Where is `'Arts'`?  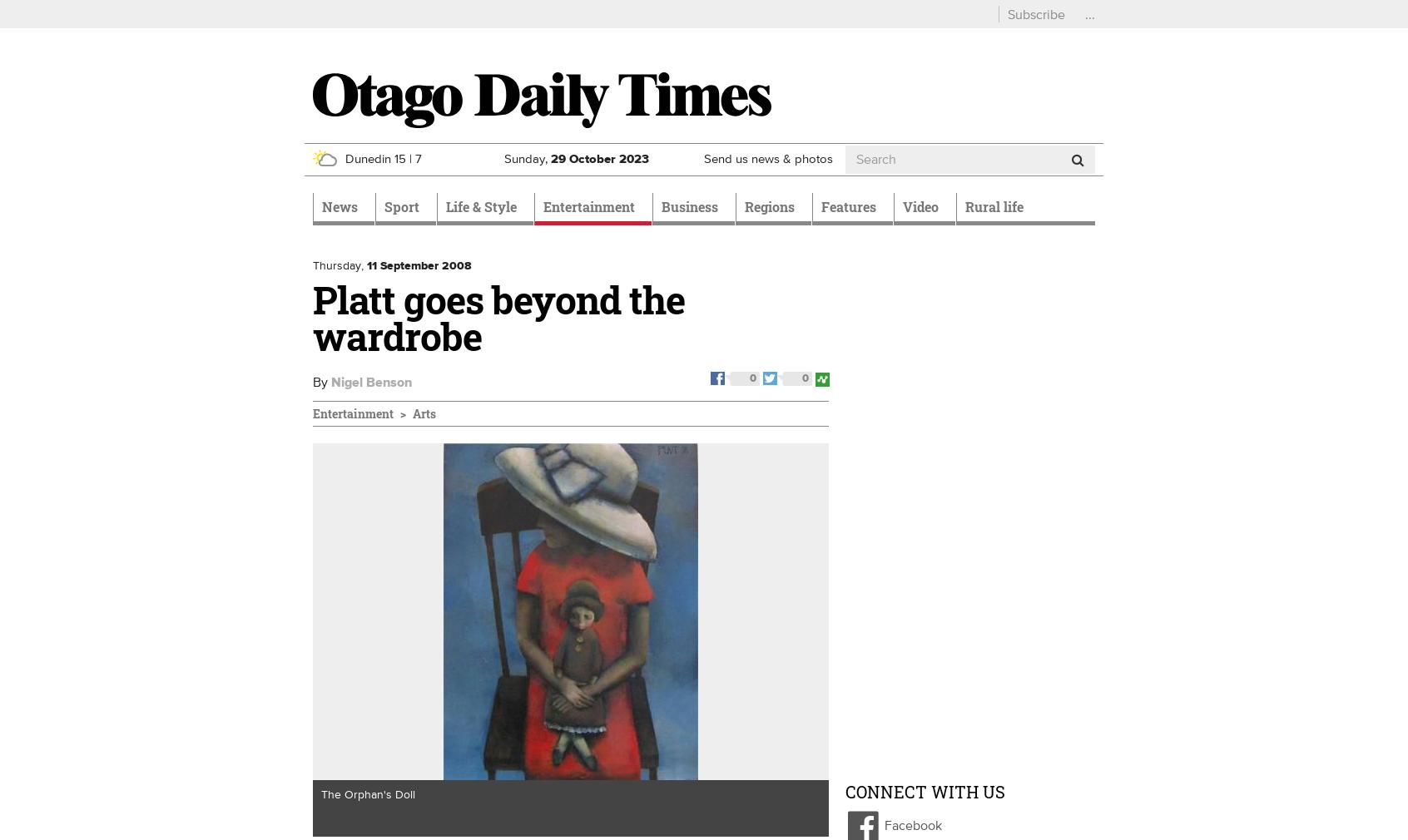
'Arts' is located at coordinates (424, 413).